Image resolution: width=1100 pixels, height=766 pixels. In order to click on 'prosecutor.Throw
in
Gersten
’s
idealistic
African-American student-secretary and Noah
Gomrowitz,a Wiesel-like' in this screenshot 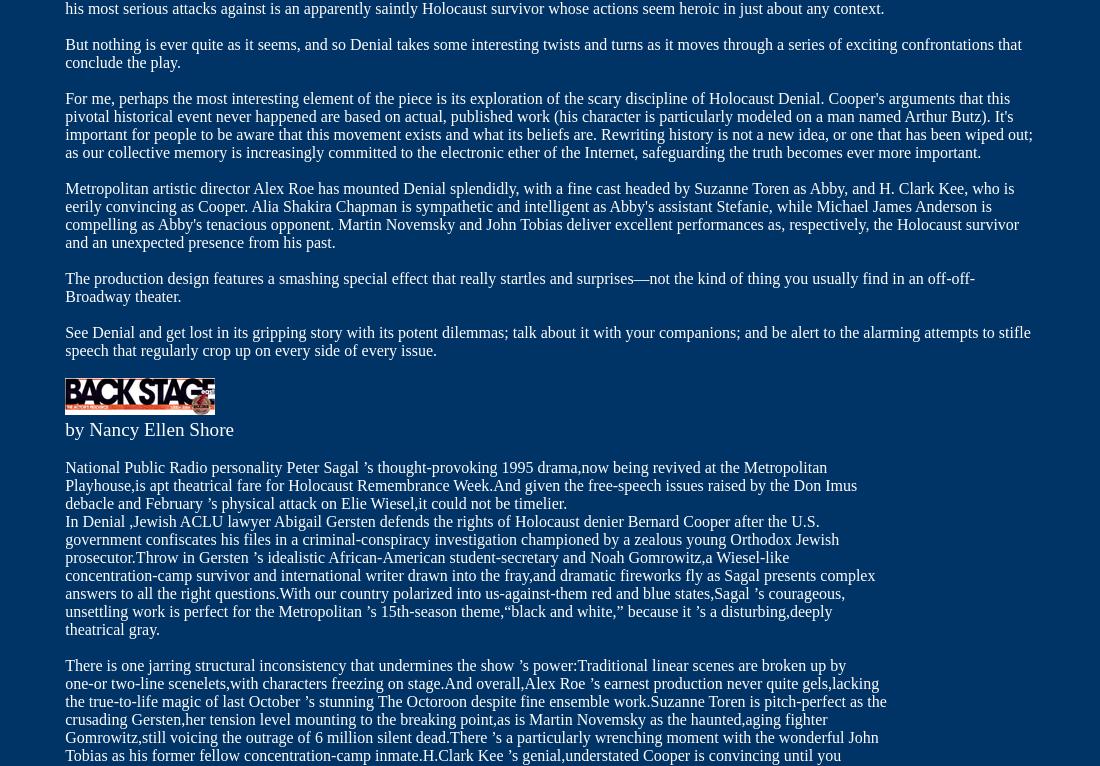, I will do `click(64, 556)`.